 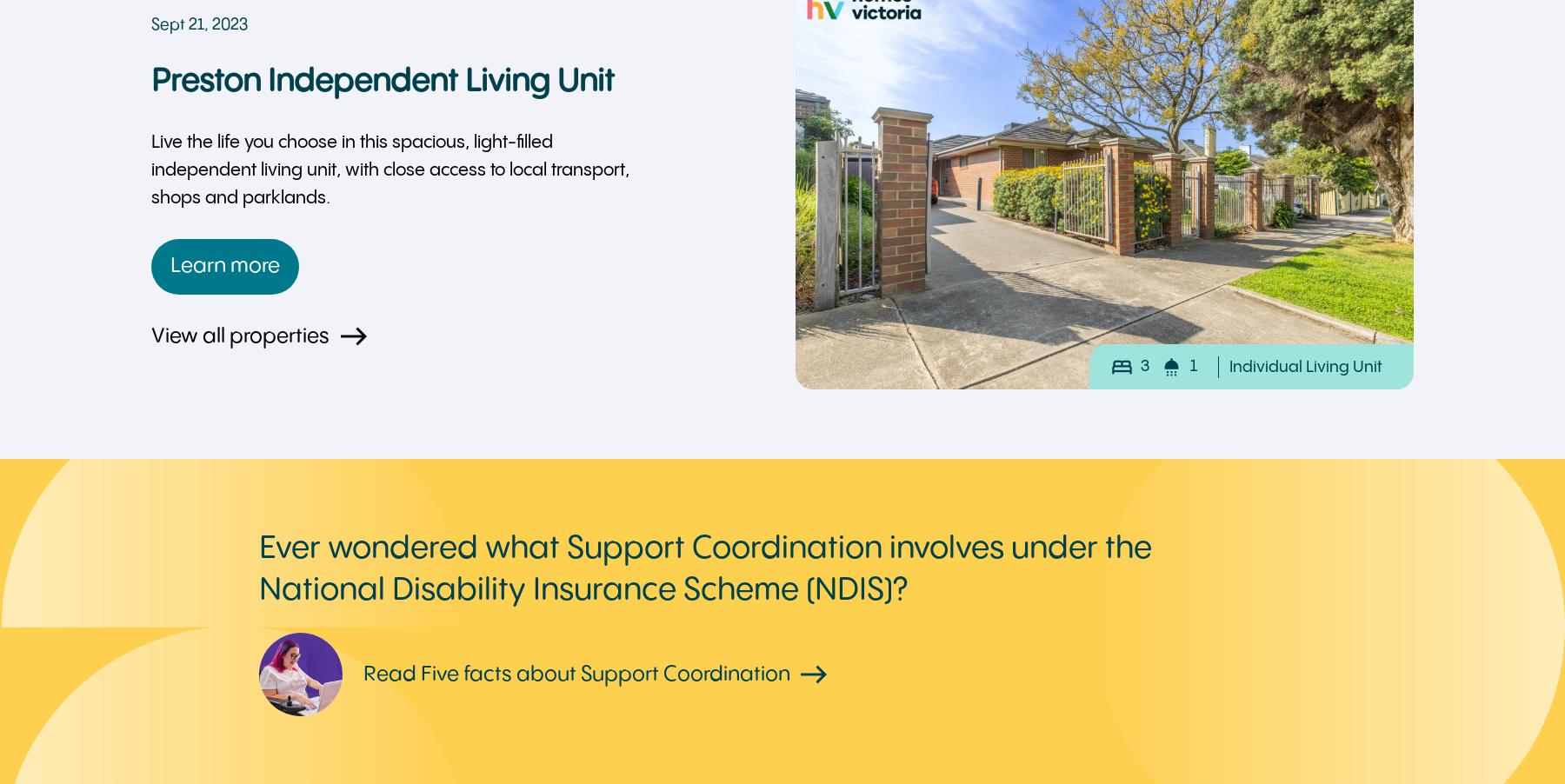 I want to click on 'View all properties', so click(x=239, y=336).